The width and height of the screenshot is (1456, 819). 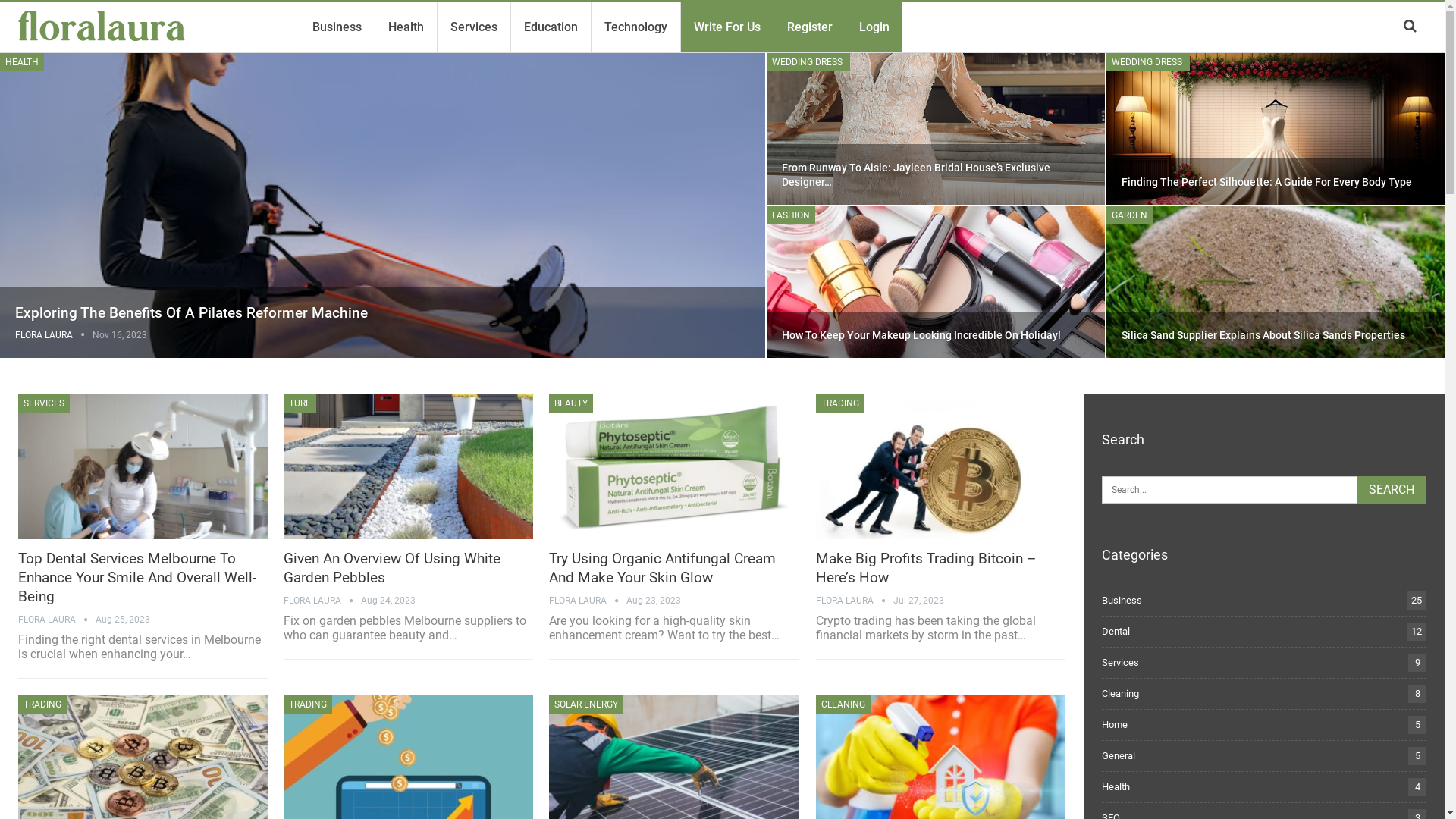 I want to click on 'How To Keep Your Makeup Looking Incredible On Holiday!', so click(x=934, y=281).